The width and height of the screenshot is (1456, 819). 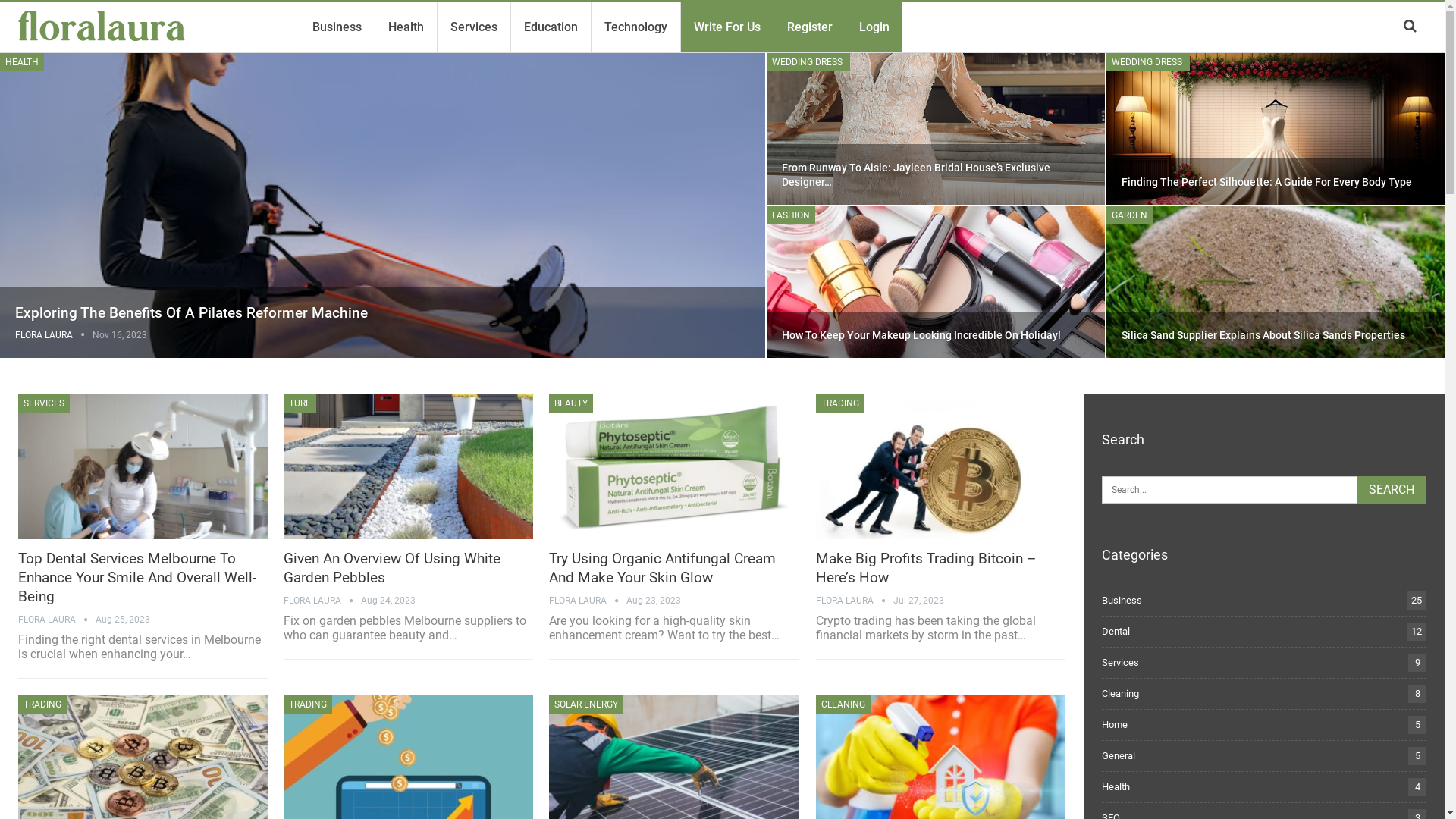 I want to click on 'How To Keep Your Makeup Looking Incredible On Holiday!', so click(x=934, y=281).